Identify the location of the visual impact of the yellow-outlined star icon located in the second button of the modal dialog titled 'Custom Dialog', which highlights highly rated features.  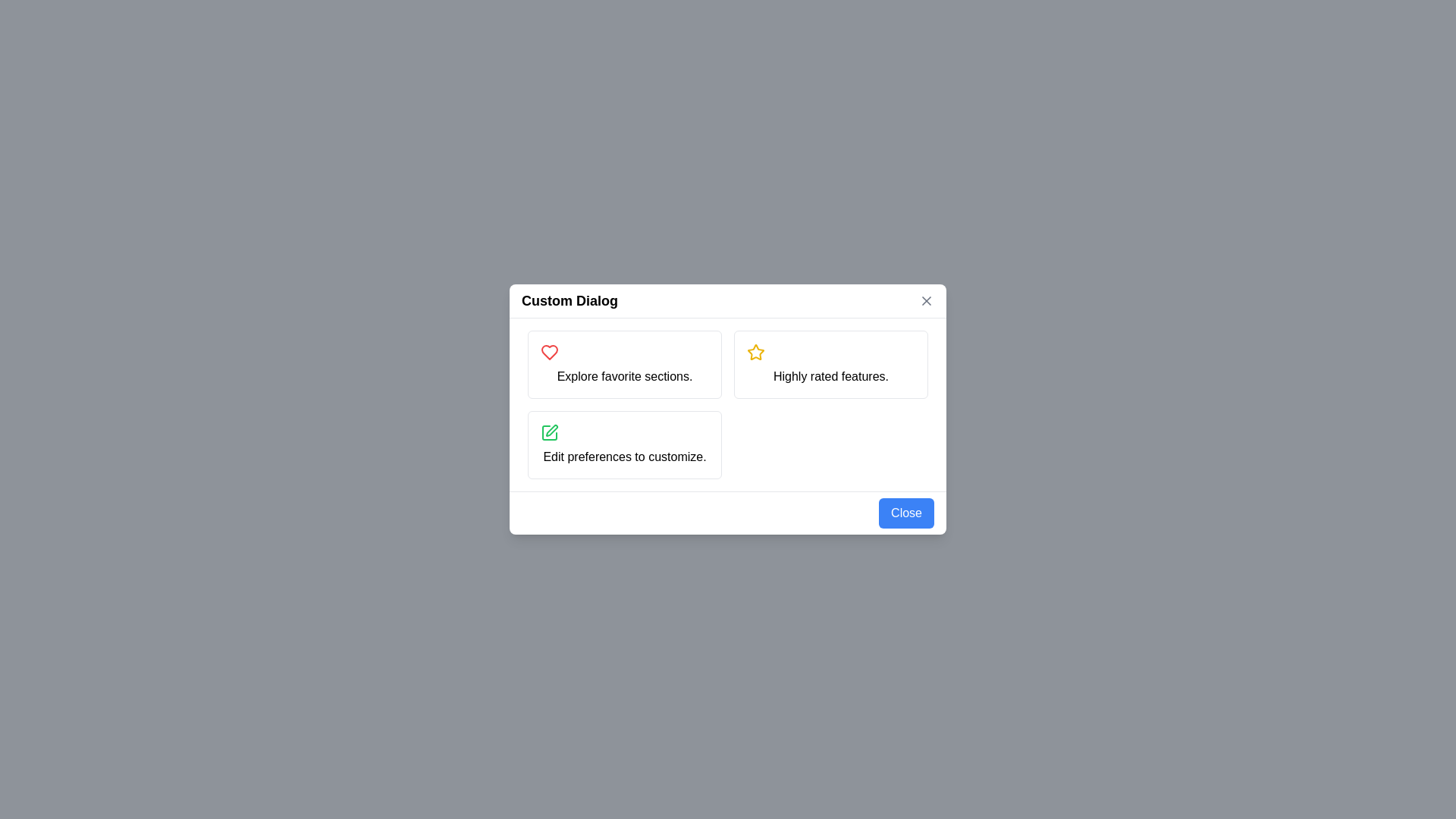
(756, 352).